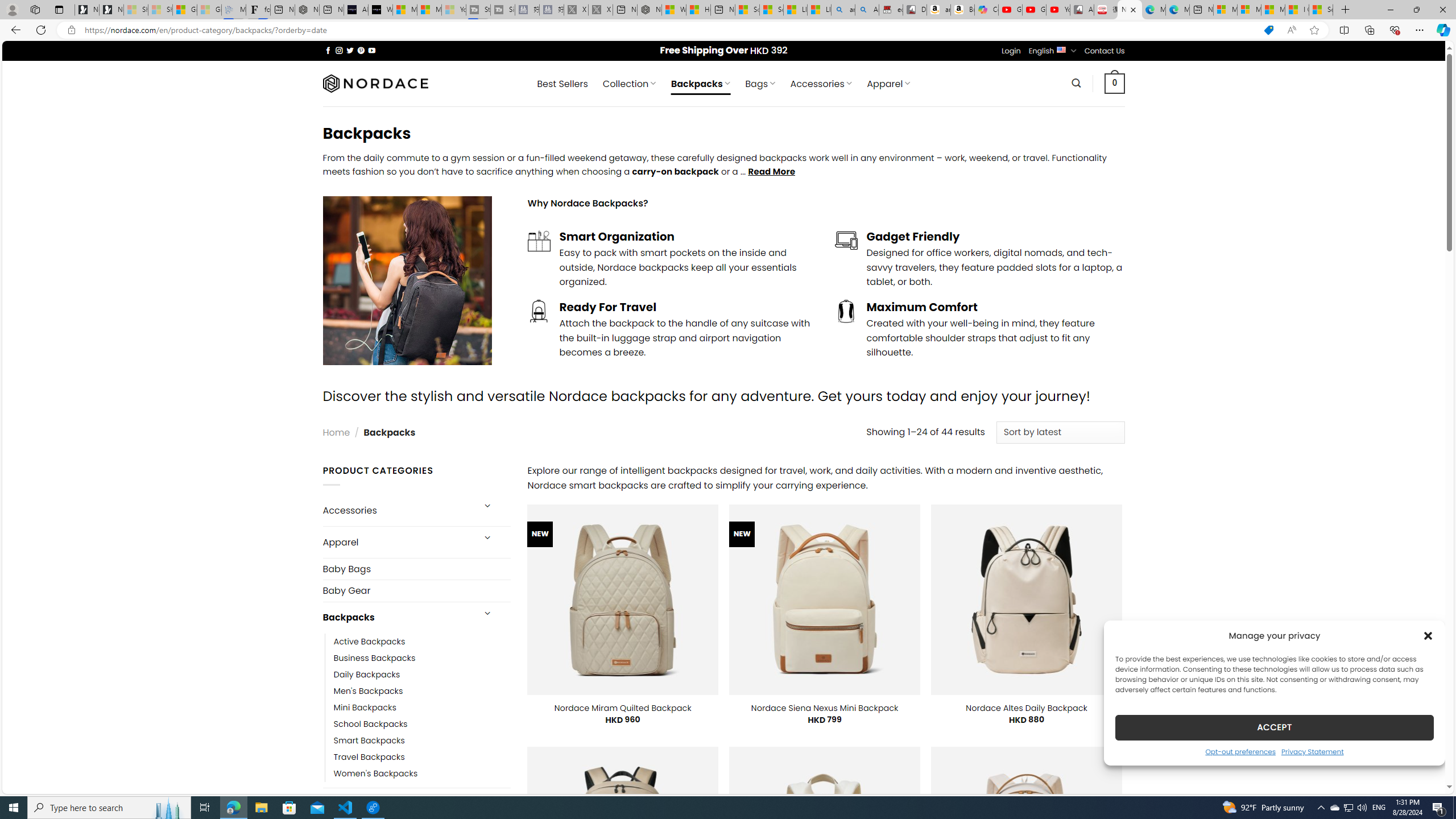 This screenshot has width=1456, height=819. I want to click on 'Amazon Echo Dot PNG - Search Images', so click(867, 9).